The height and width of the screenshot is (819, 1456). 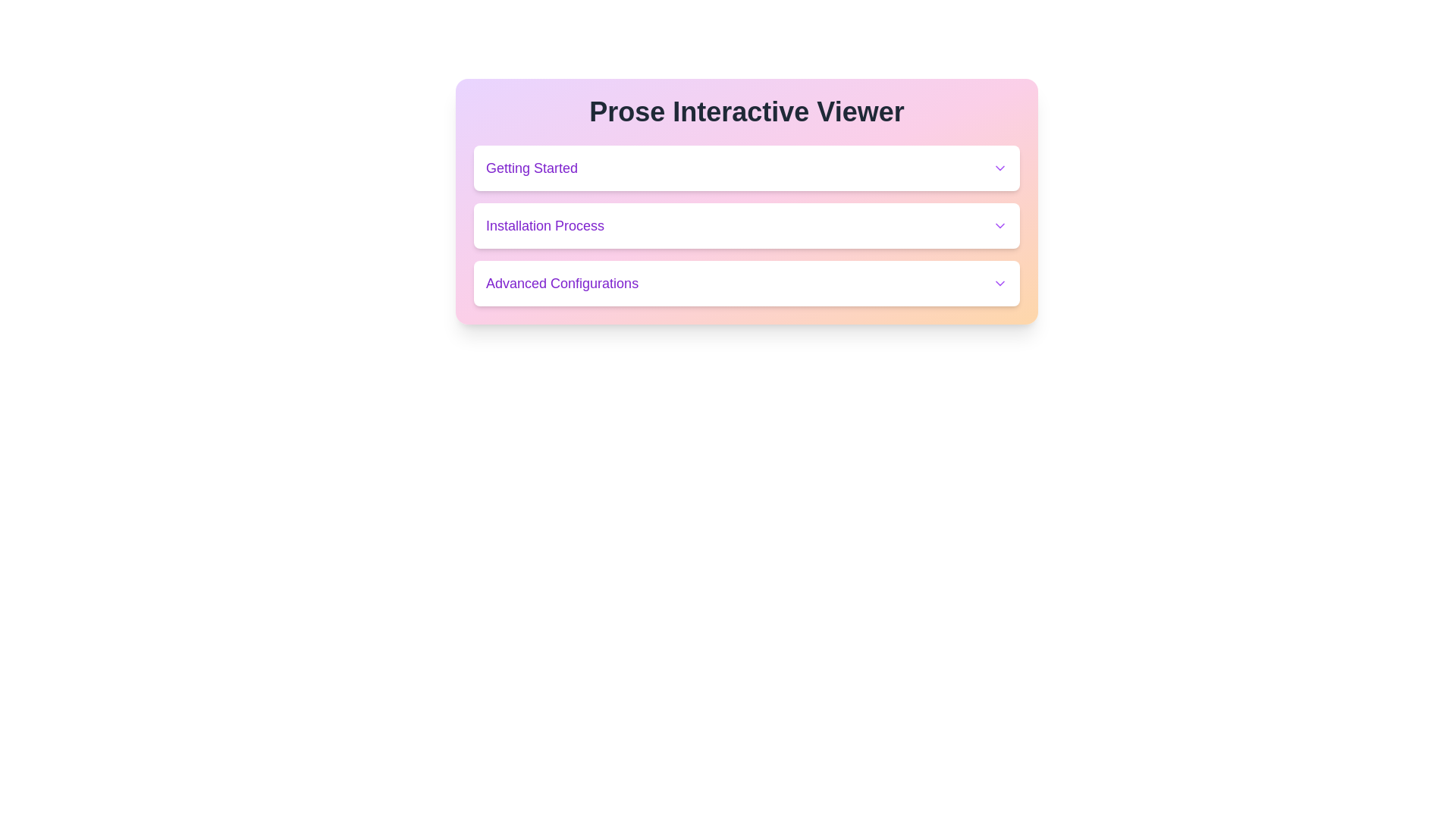 I want to click on the title 'Installation Process' of the expandable list item, so click(x=746, y=225).